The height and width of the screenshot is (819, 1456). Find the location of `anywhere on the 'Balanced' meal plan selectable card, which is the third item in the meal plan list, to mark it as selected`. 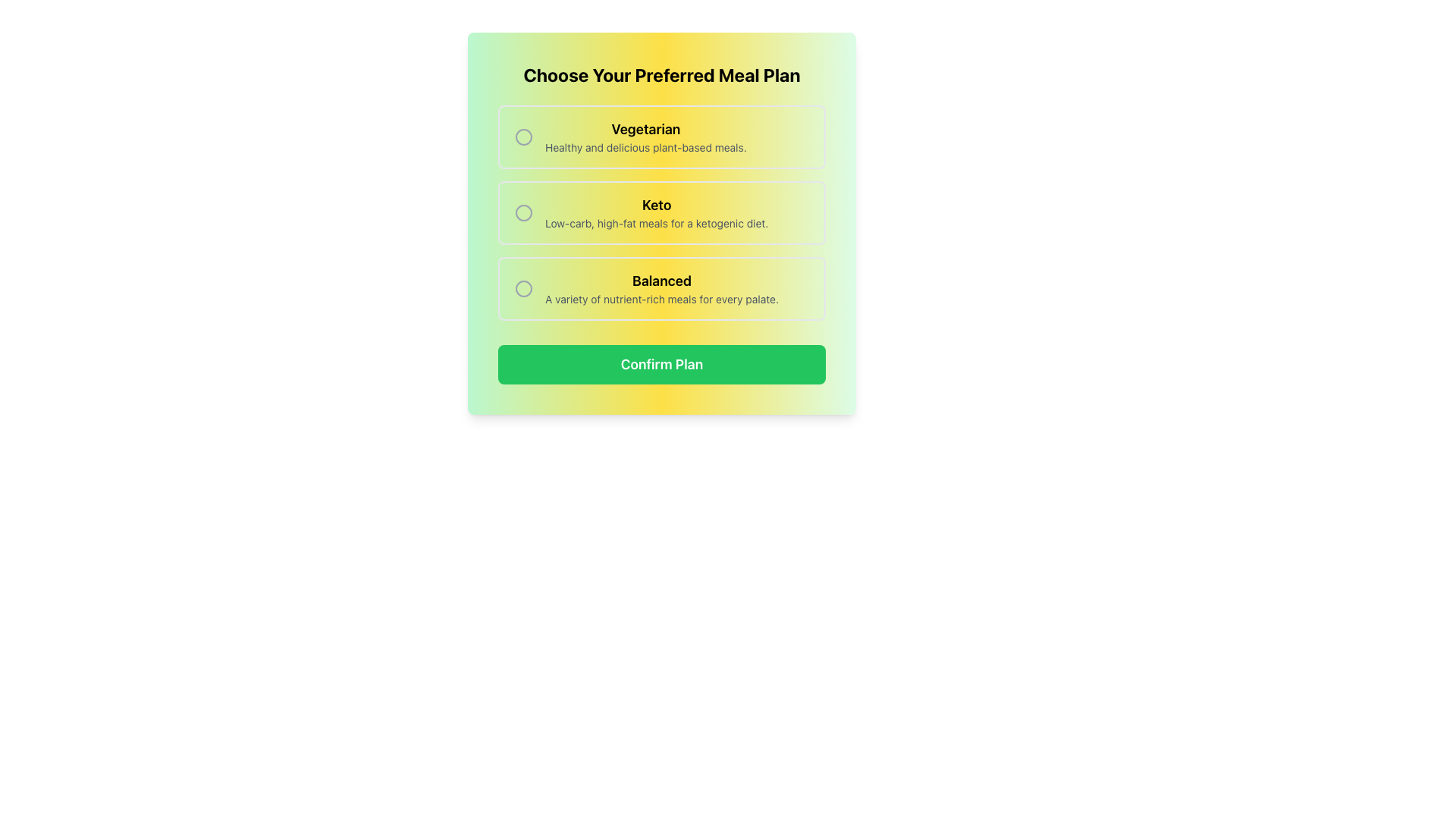

anywhere on the 'Balanced' meal plan selectable card, which is the third item in the meal plan list, to mark it as selected is located at coordinates (662, 289).